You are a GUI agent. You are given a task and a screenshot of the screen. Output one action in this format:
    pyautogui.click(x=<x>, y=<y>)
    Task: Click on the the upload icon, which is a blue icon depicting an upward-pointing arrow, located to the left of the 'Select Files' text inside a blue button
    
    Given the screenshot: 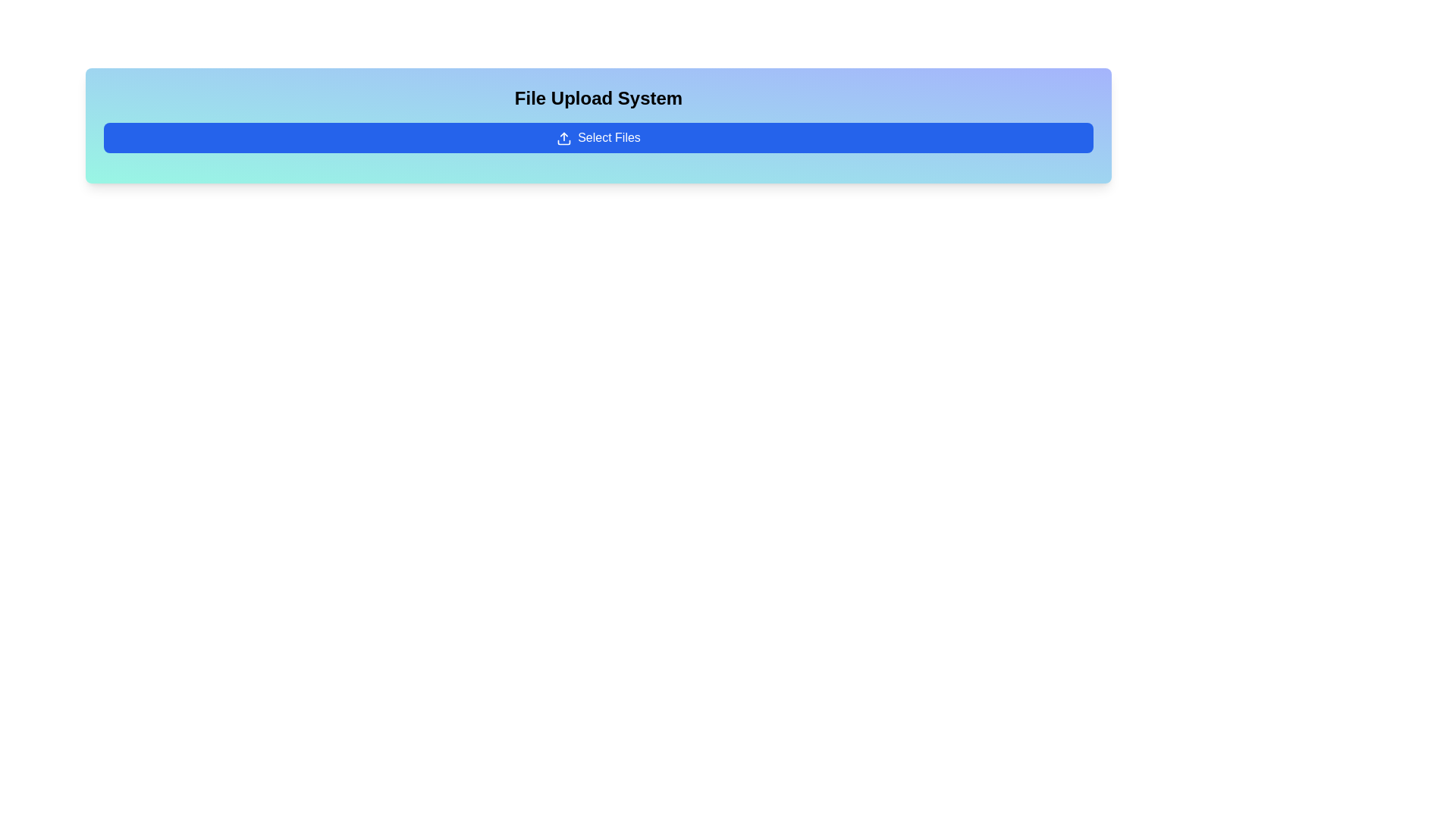 What is the action you would take?
    pyautogui.click(x=563, y=138)
    